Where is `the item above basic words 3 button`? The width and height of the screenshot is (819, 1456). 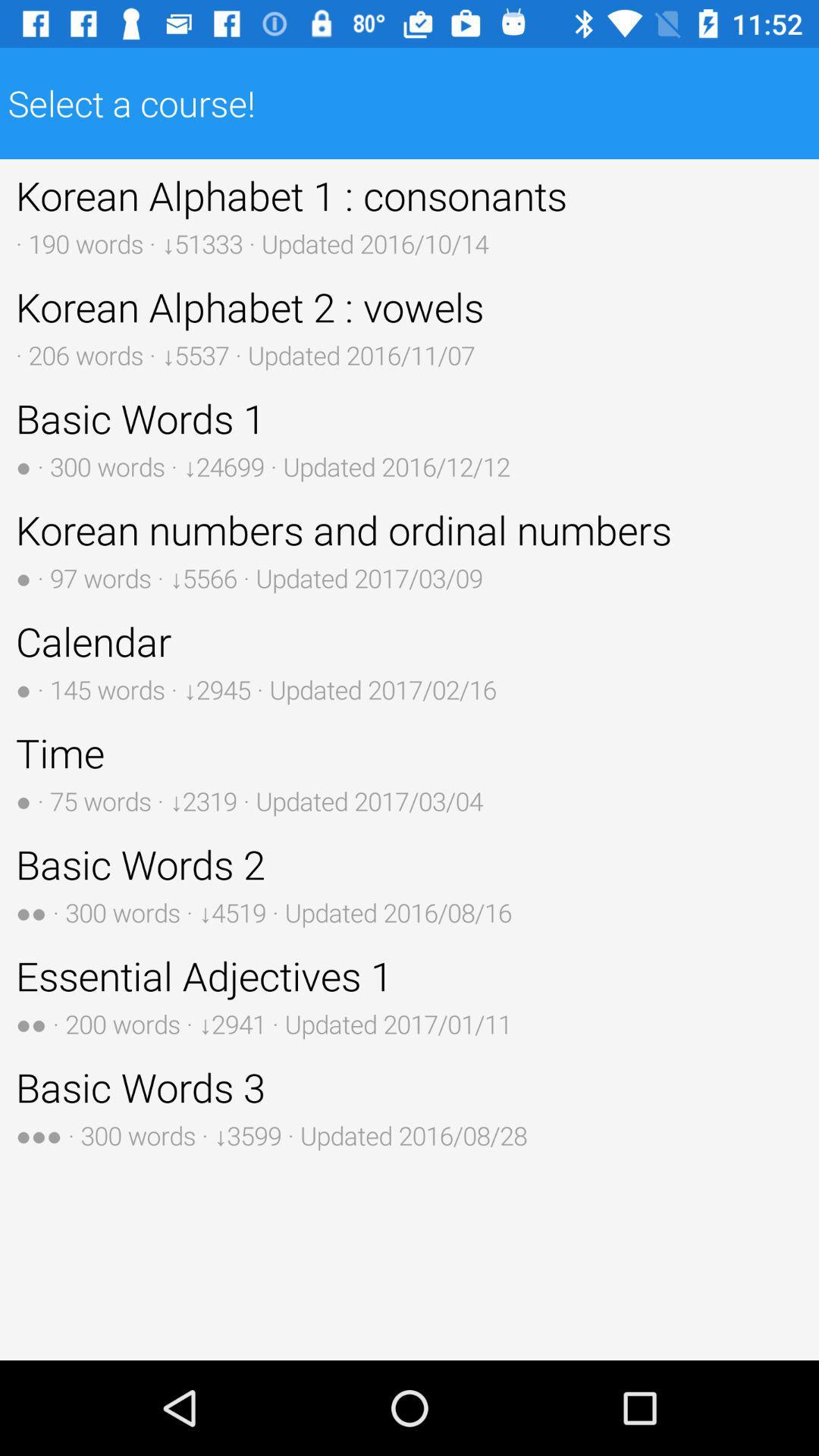
the item above basic words 3 button is located at coordinates (409, 995).